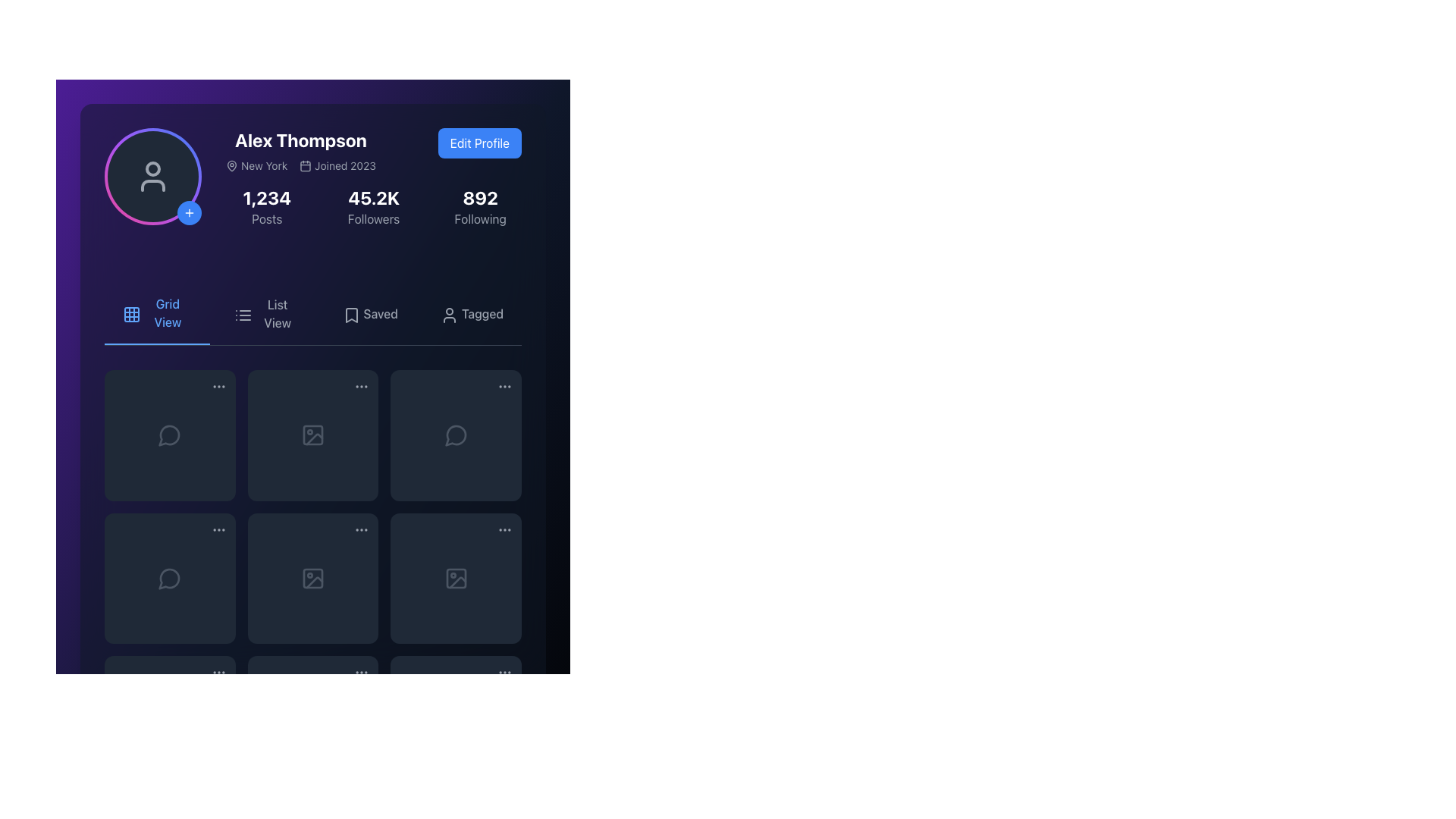  I want to click on the ellipsis icon button at the bottom-center of the grid of display panels, so click(361, 672).